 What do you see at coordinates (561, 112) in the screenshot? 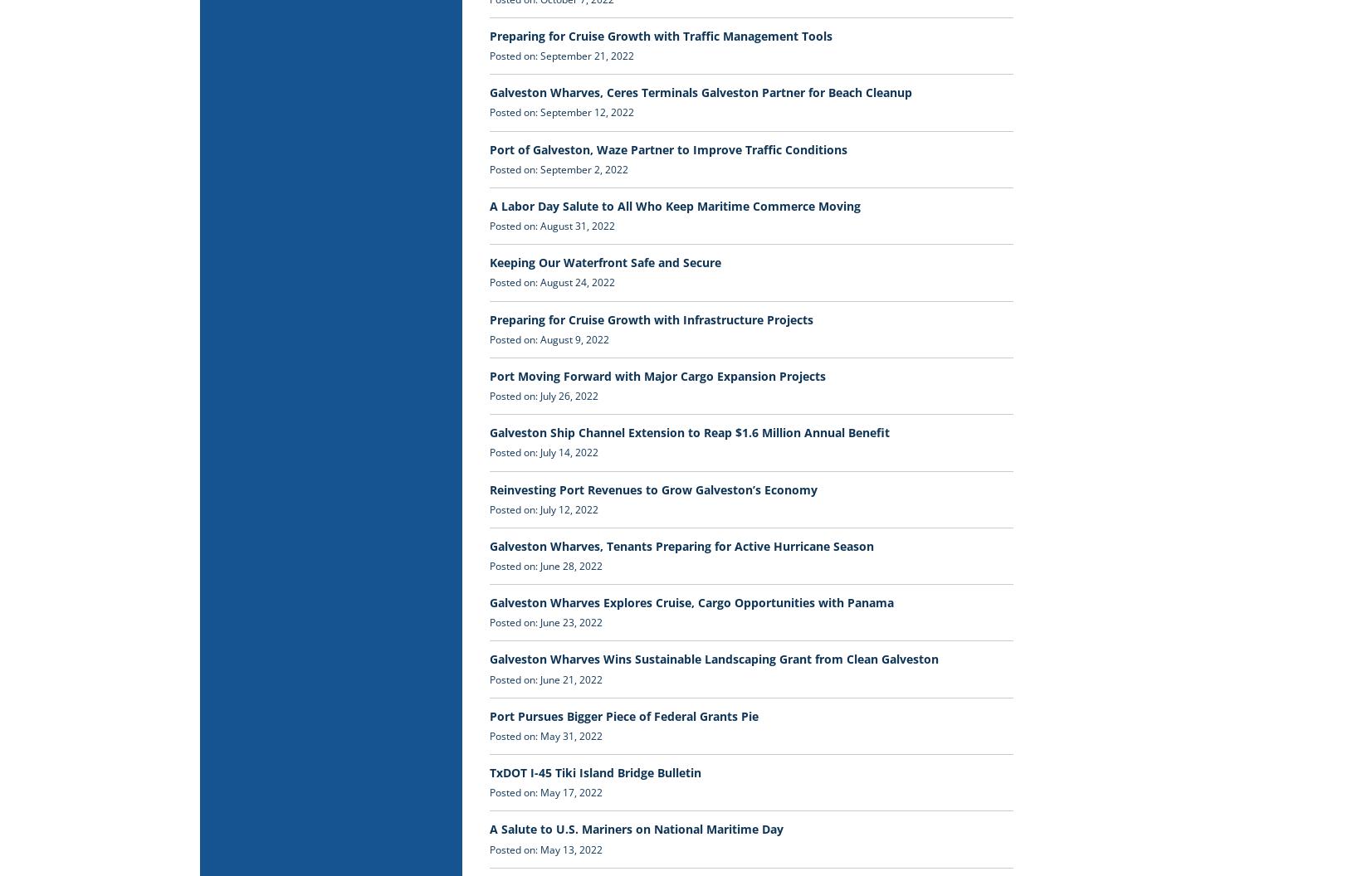
I see `'Posted on: September 12, 2022'` at bounding box center [561, 112].